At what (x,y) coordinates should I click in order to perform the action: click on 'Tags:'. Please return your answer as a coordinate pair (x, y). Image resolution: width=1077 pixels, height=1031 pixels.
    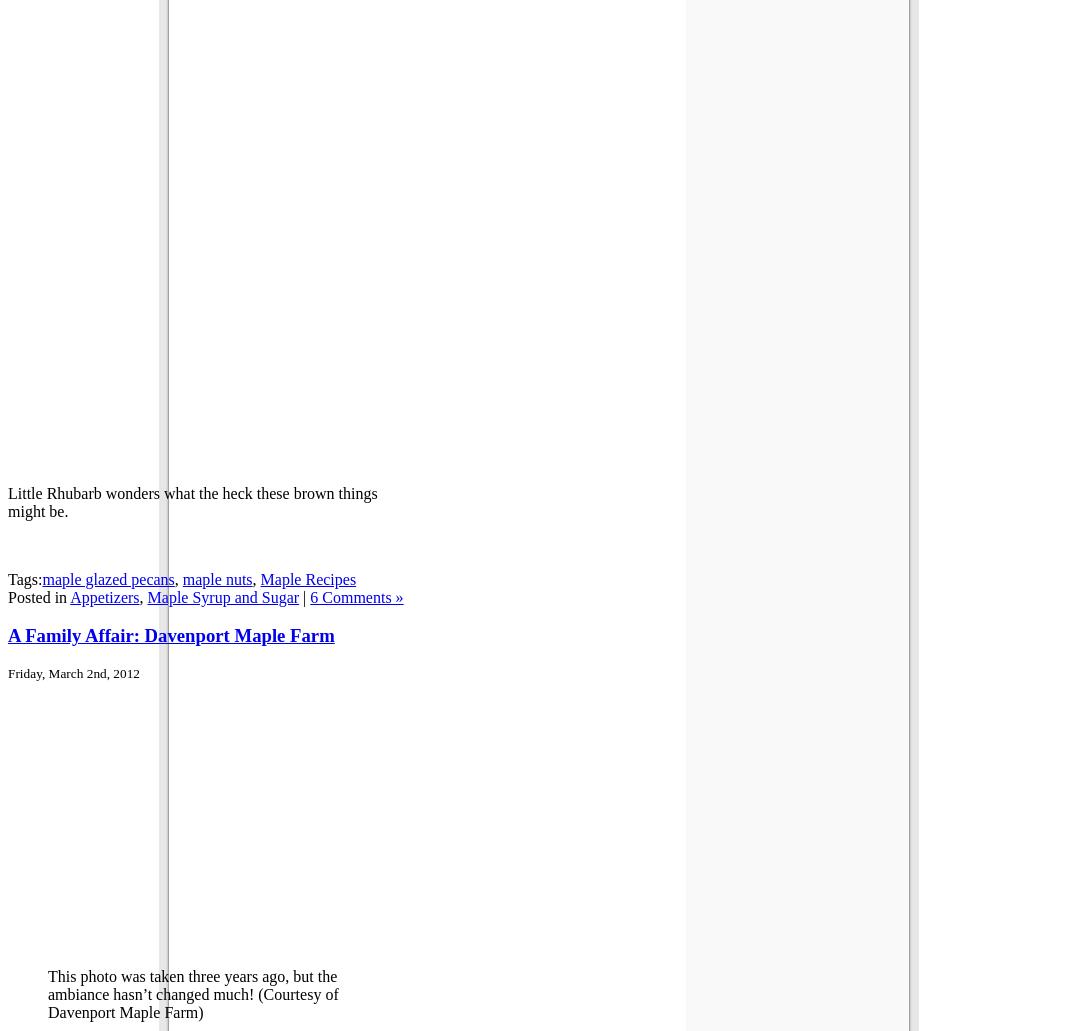
    Looking at the image, I should click on (23, 577).